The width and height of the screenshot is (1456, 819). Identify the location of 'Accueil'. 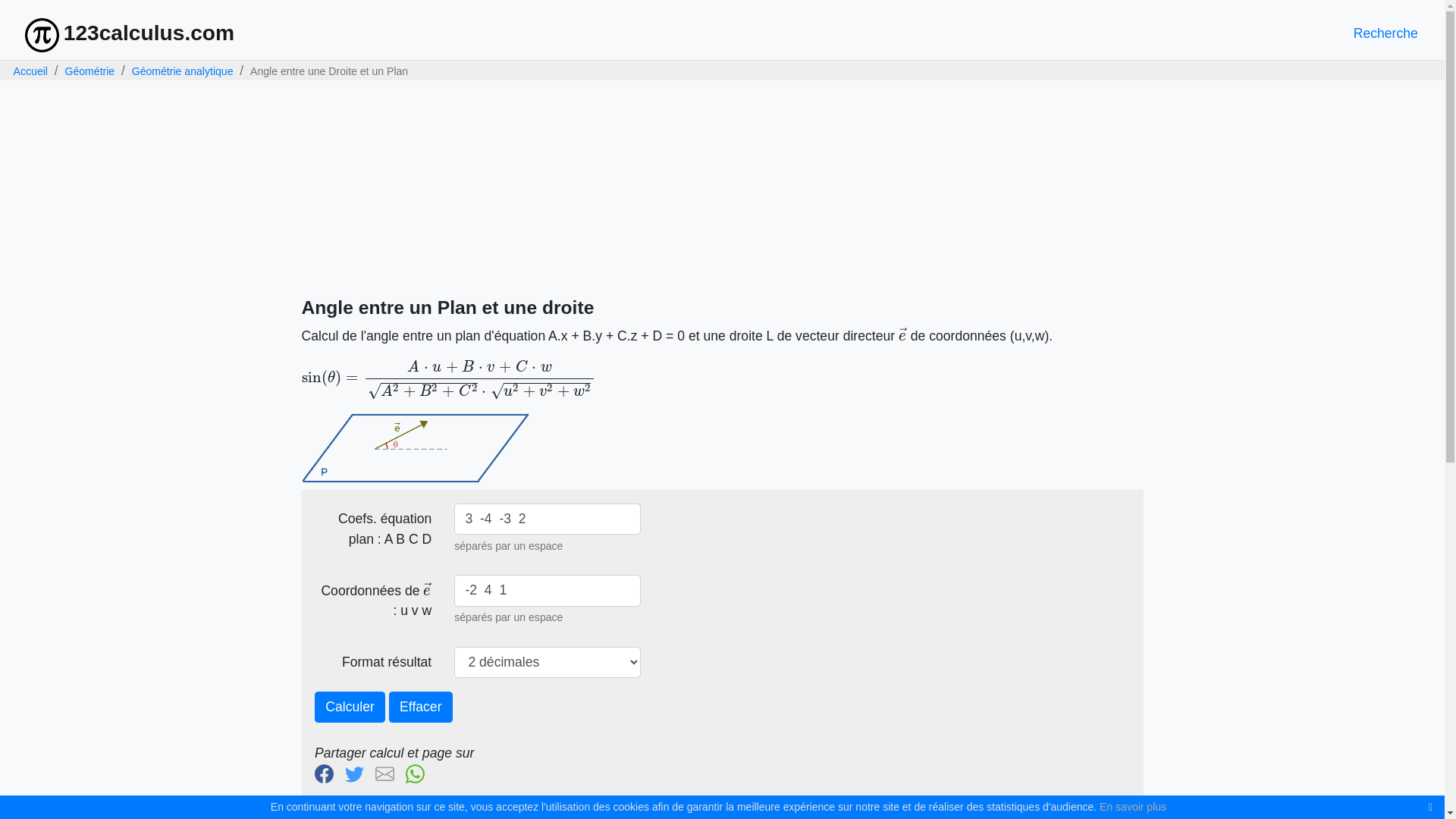
(14, 70).